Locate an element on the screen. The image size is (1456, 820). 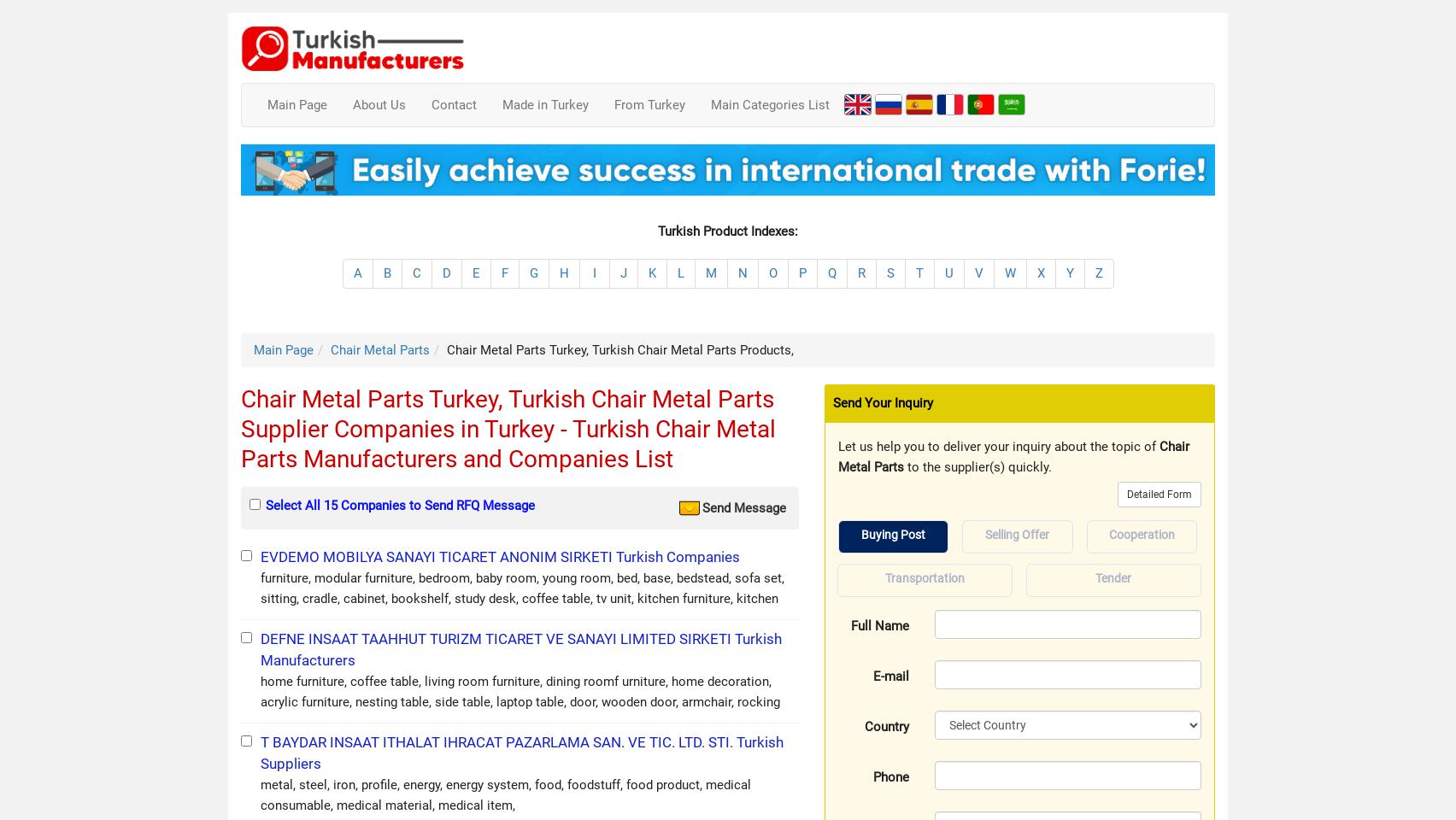
'Main Categories List' is located at coordinates (770, 103).